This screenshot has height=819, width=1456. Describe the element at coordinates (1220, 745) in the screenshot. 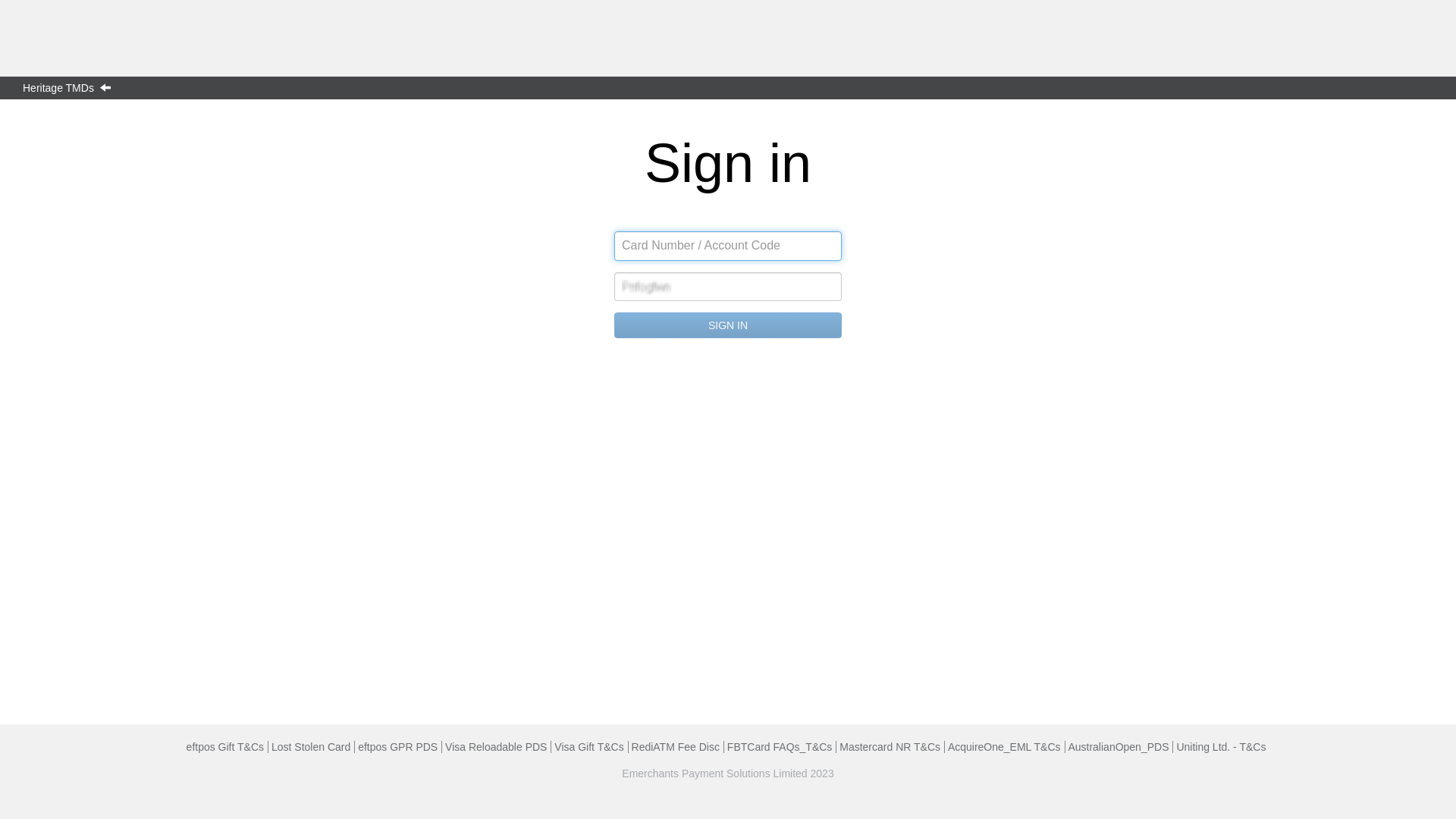

I see `'Uniting Ltd. - T&Cs'` at that location.